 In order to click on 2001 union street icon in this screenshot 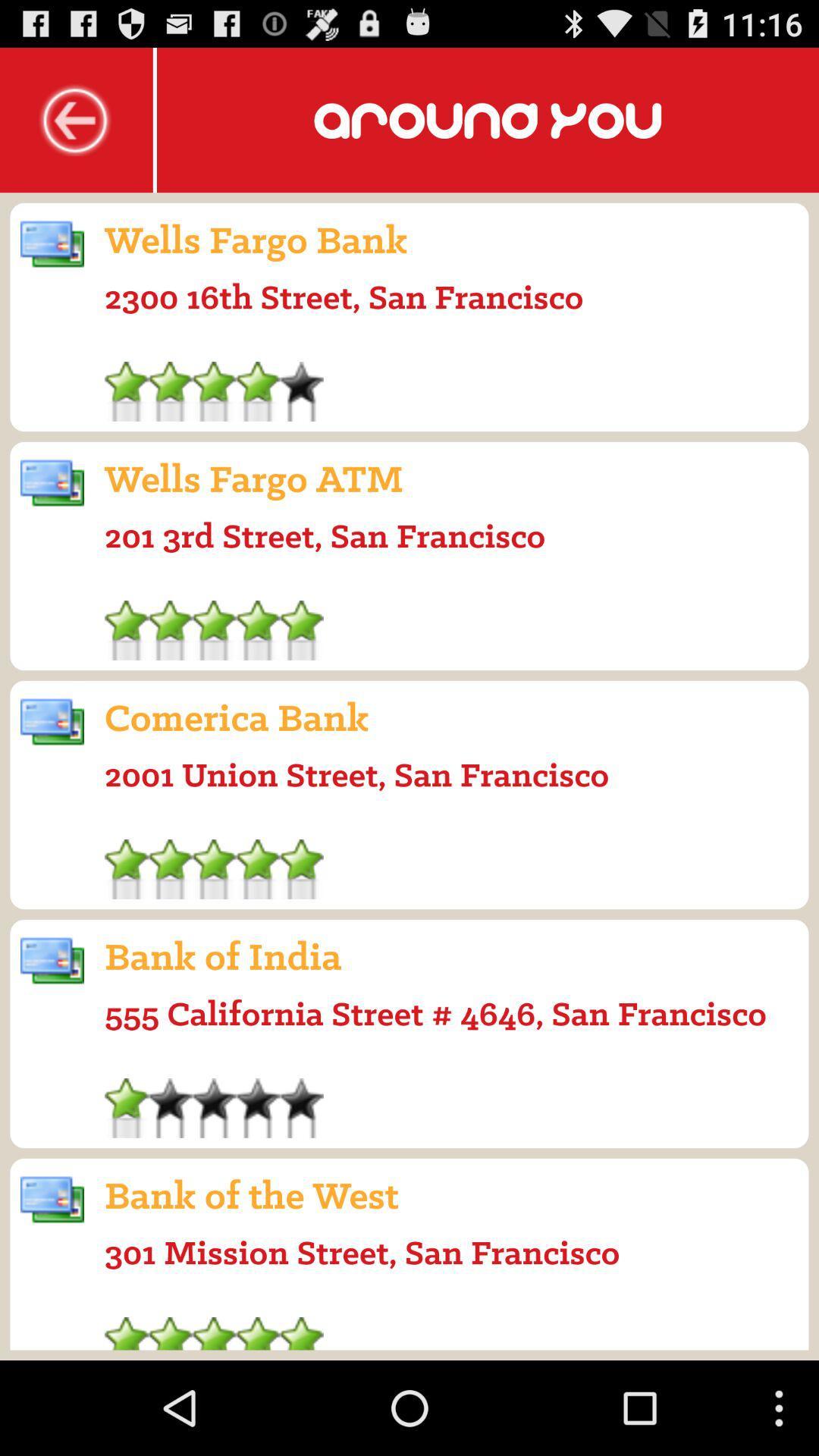, I will do `click(356, 774)`.